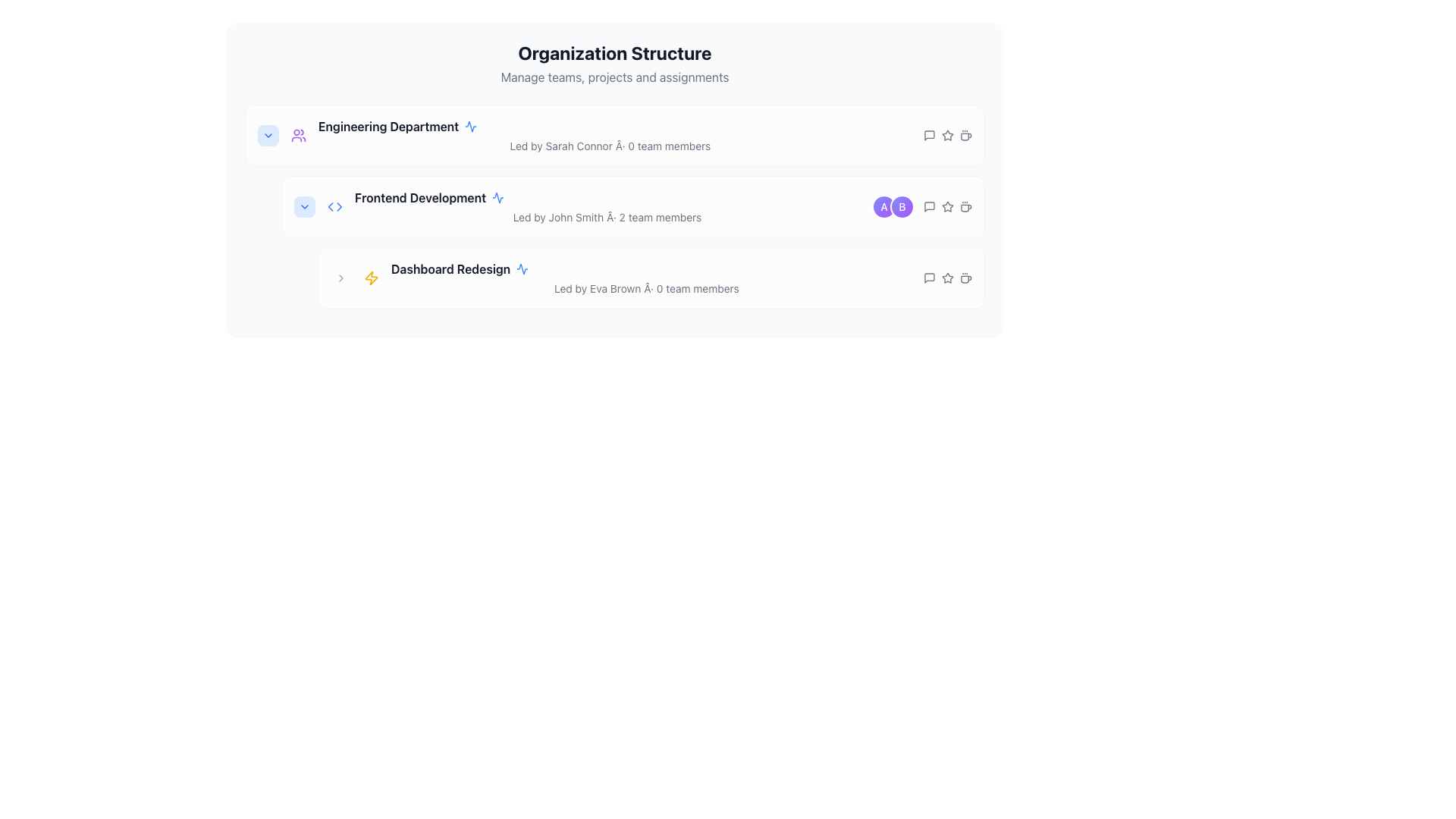 Image resolution: width=1456 pixels, height=819 pixels. What do you see at coordinates (942, 134) in the screenshot?
I see `the star-shaped icon button to favorite the 'Engineering Department' entry, which is the third icon in a sequence aligned to the right of the row, positioned between the chat bubble and coffee cup icons` at bounding box center [942, 134].